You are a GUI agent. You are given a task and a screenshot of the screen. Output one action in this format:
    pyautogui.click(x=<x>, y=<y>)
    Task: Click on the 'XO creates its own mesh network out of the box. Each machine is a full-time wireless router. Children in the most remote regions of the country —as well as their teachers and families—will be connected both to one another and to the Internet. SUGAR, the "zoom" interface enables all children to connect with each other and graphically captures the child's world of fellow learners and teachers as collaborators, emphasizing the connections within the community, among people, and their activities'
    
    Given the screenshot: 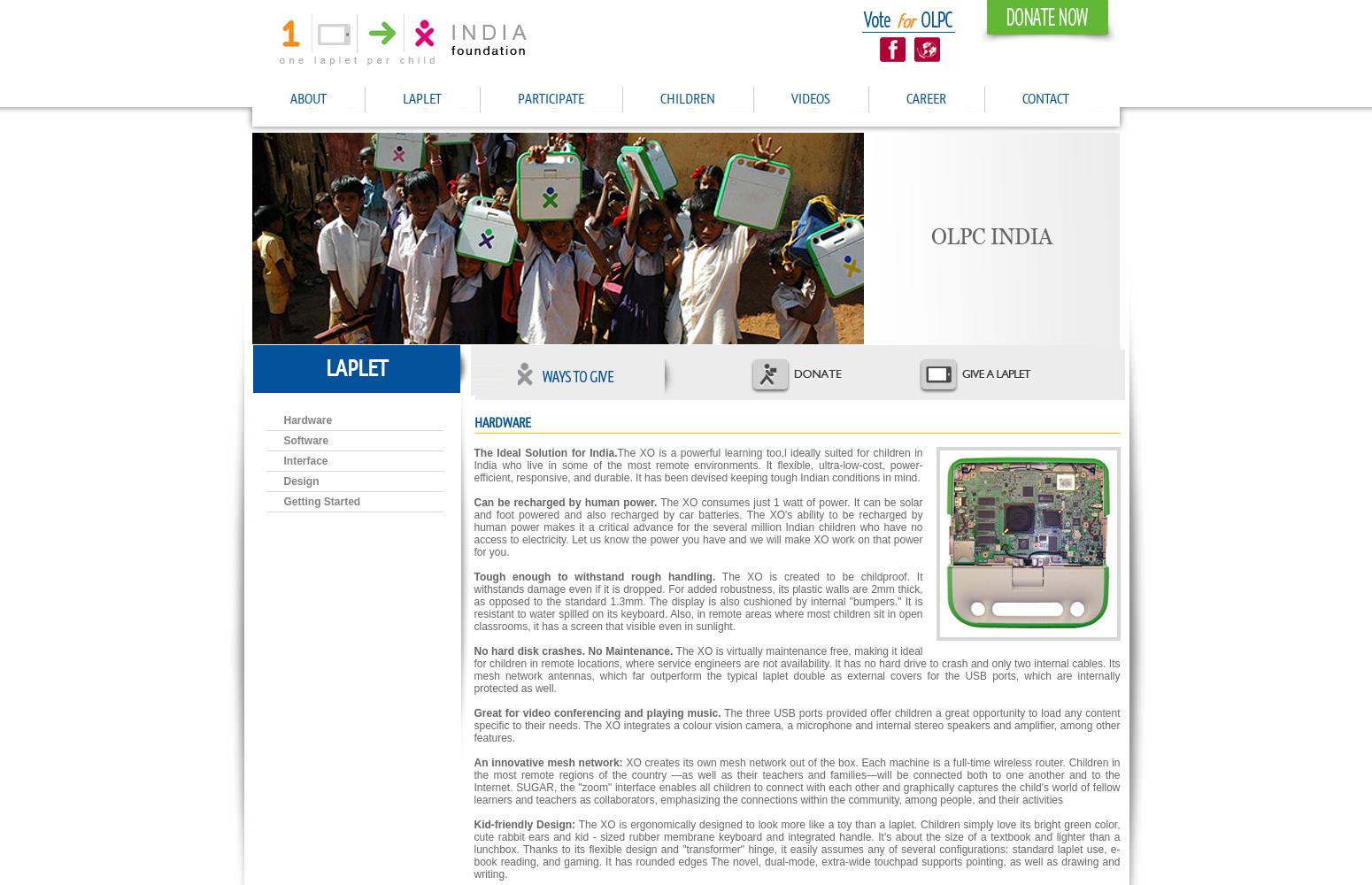 What is the action you would take?
    pyautogui.click(x=796, y=781)
    